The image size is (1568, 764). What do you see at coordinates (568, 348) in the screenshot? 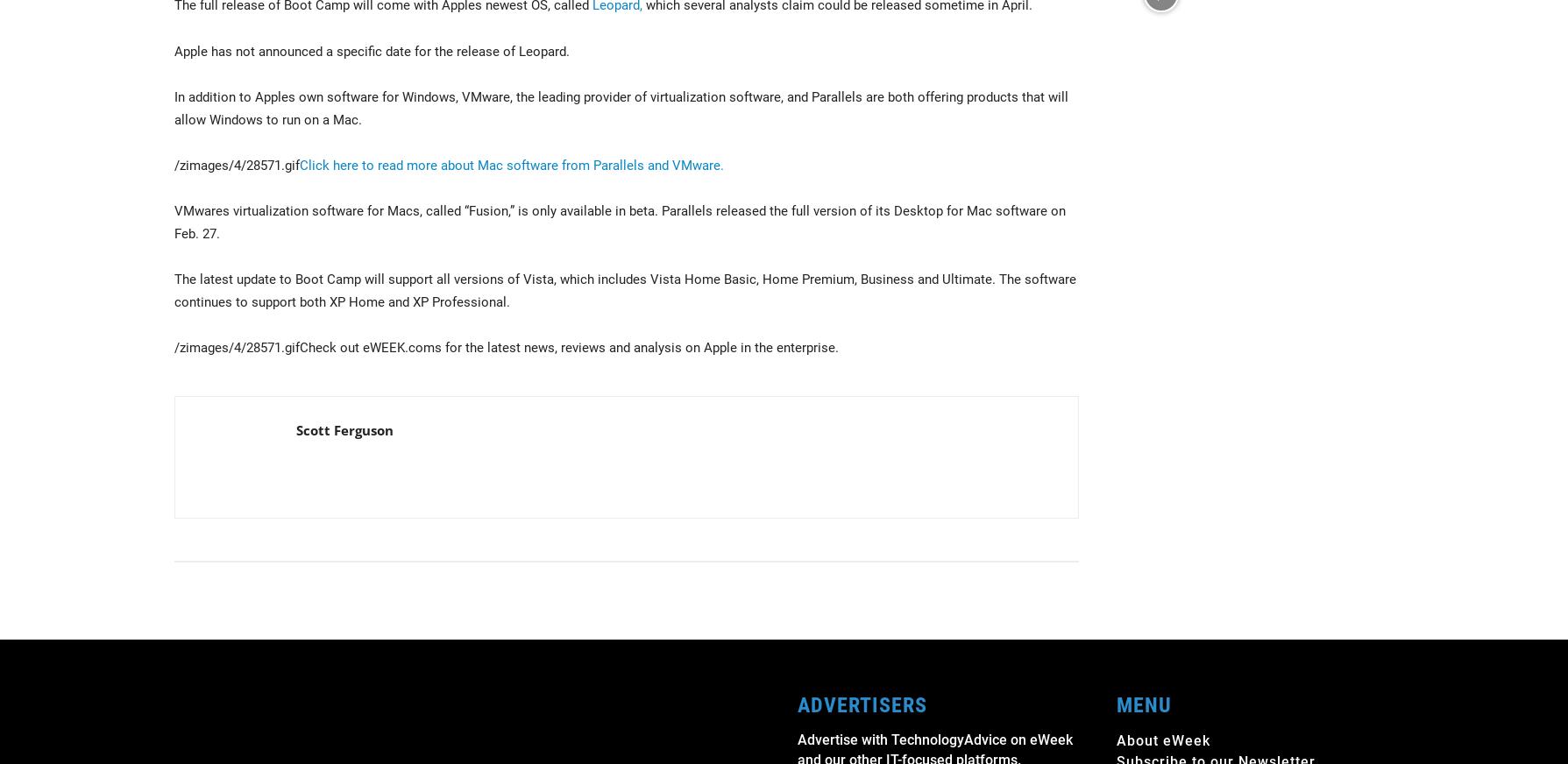
I see `'Check out eWEEK.coms for the latest news, reviews and analysis on Apple in the enterprise.'` at bounding box center [568, 348].